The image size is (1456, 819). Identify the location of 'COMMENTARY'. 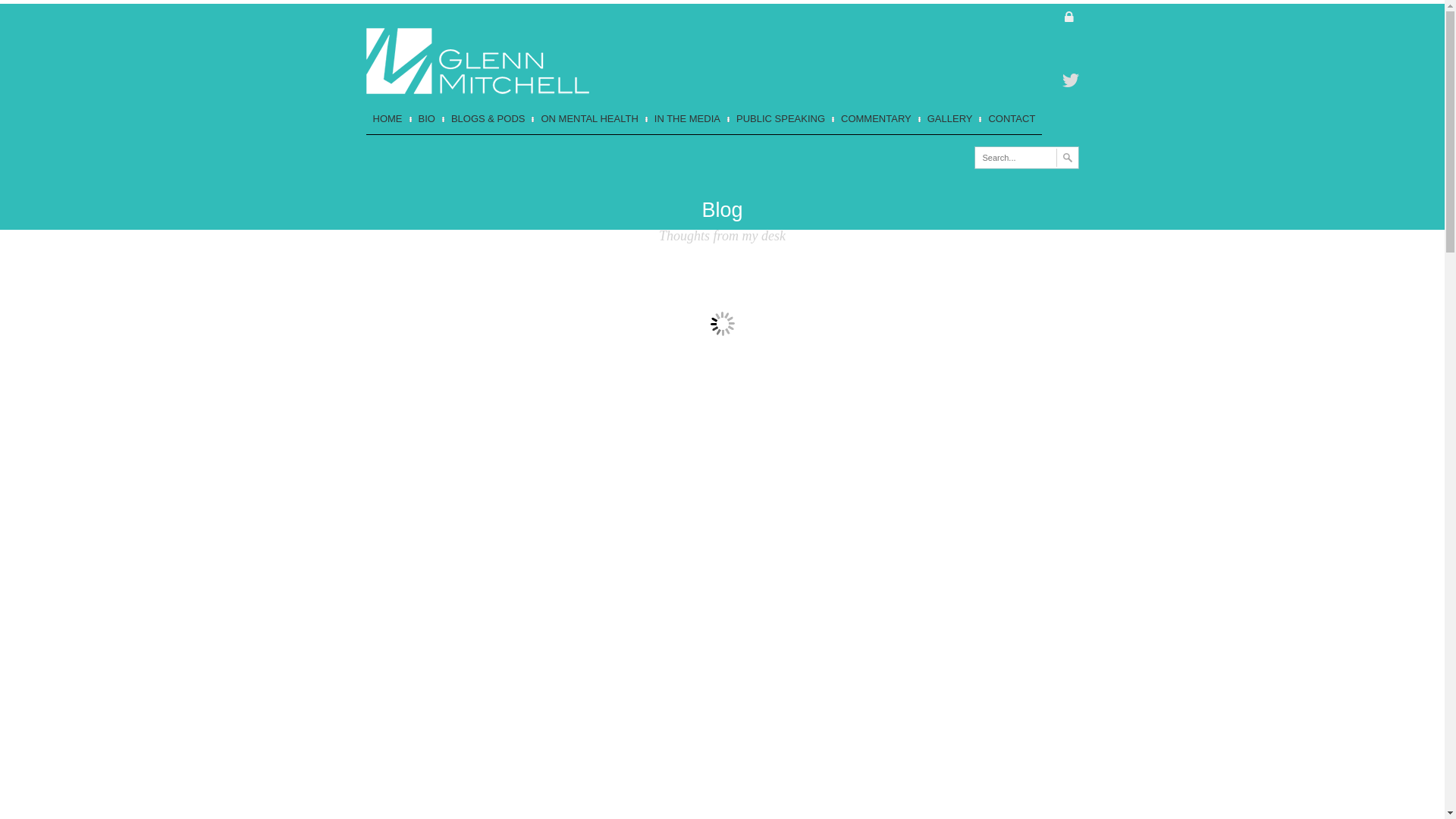
(831, 118).